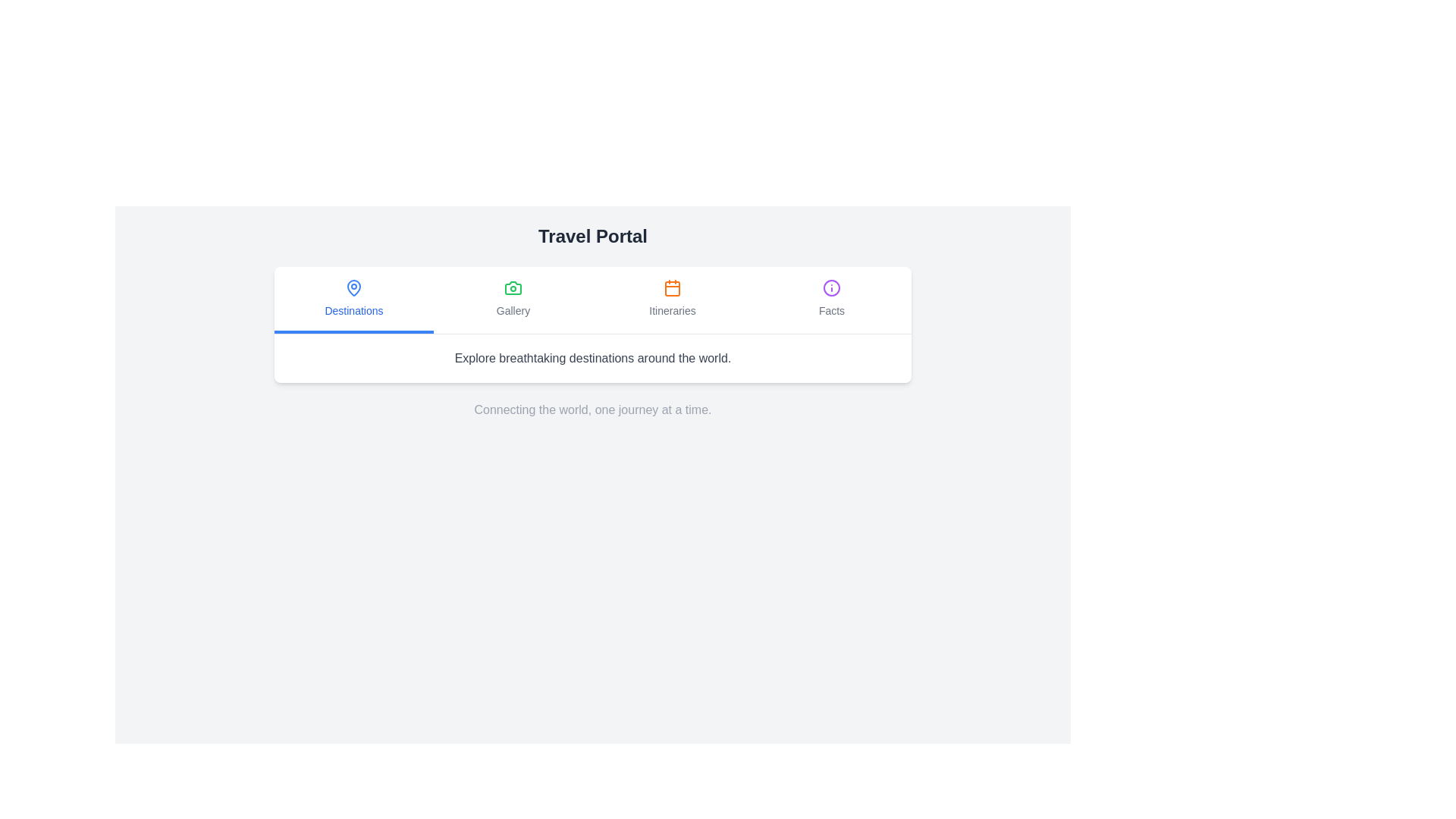 This screenshot has height=819, width=1456. What do you see at coordinates (513, 309) in the screenshot?
I see `the 'Gallery' text label, which is centrally positioned below the camera icon and between the 'Destinations' and 'Itineraries' sections, to potentially trigger an action or navigation` at bounding box center [513, 309].